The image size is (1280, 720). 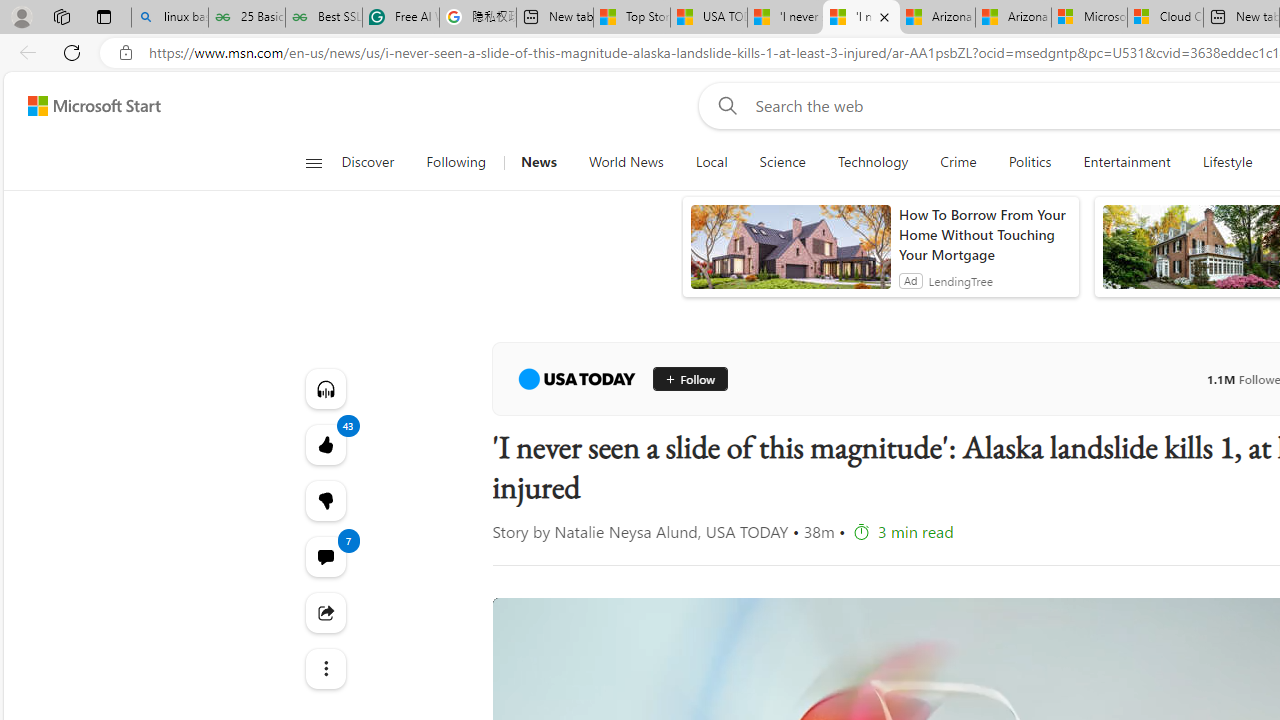 What do you see at coordinates (400, 17) in the screenshot?
I see `'Free AI Writing Assistance for Students | Grammarly'` at bounding box center [400, 17].